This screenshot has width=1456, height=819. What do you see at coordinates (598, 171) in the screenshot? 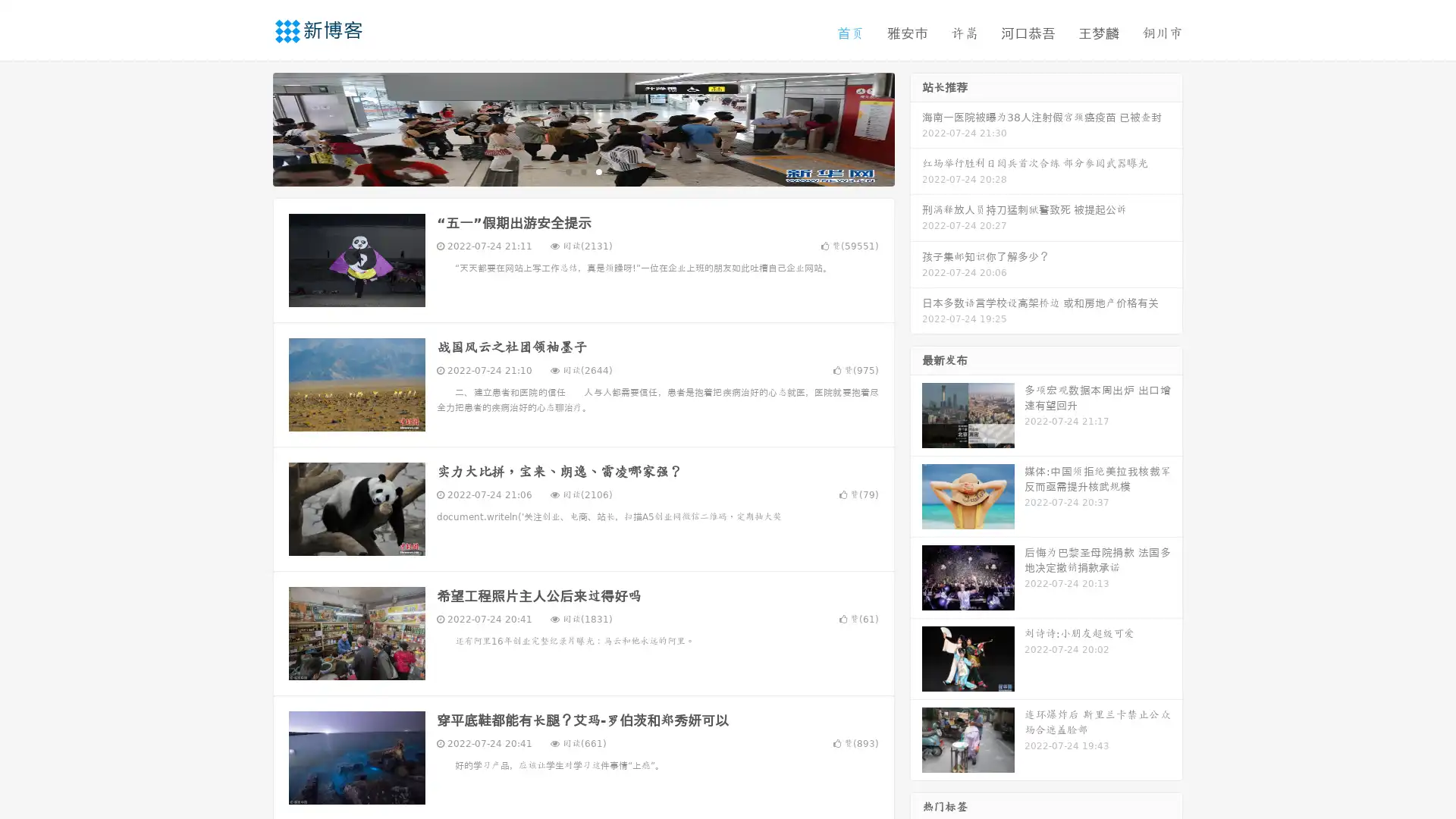
I see `Go to slide 3` at bounding box center [598, 171].